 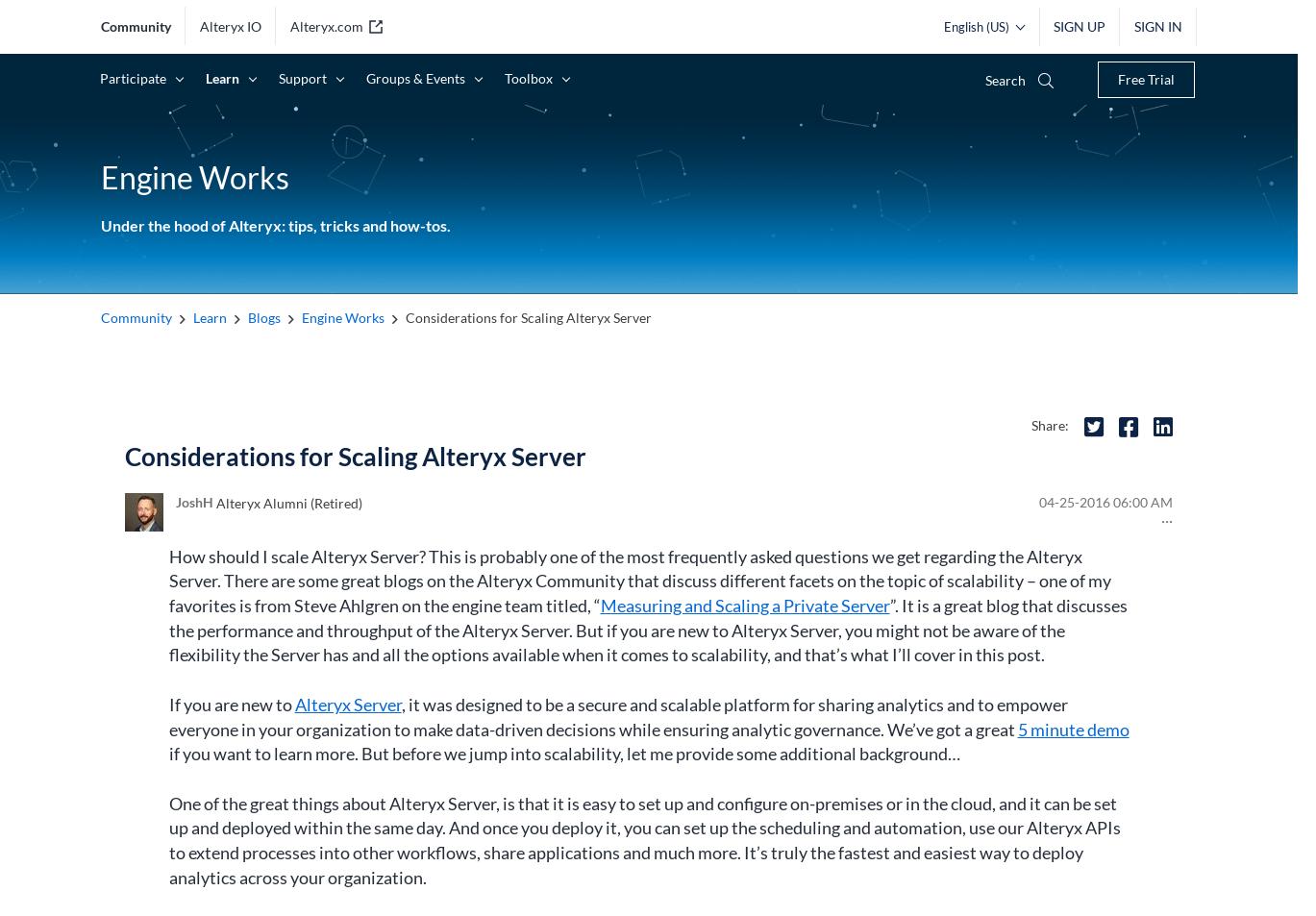 I want to click on 'Share:', so click(x=1050, y=423).